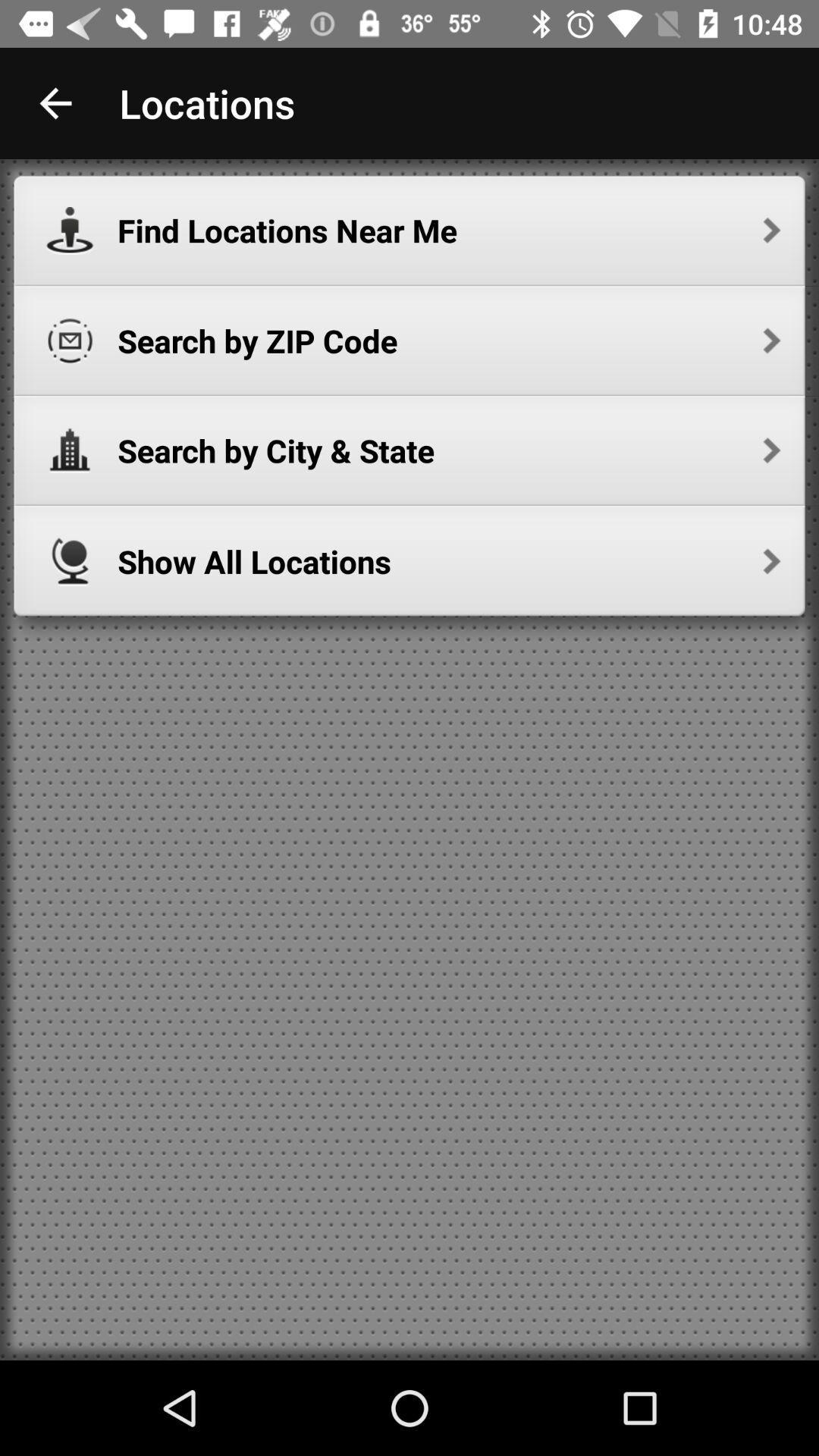 The width and height of the screenshot is (819, 1456). What do you see at coordinates (448, 230) in the screenshot?
I see `the find locations near` at bounding box center [448, 230].